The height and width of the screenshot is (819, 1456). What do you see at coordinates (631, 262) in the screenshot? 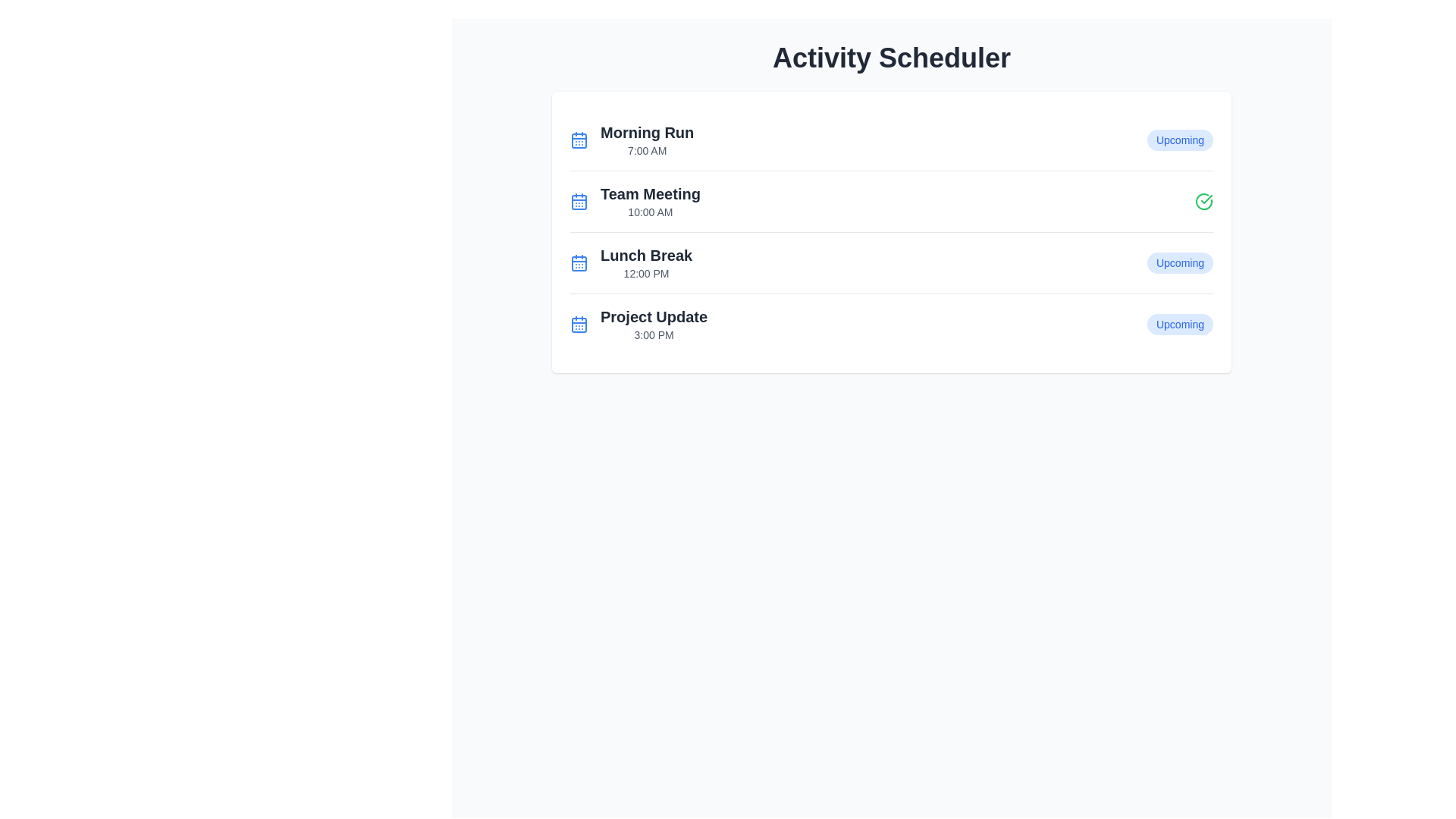
I see `the third scheduled event list item, which displays its title and time, to interact or show details` at bounding box center [631, 262].